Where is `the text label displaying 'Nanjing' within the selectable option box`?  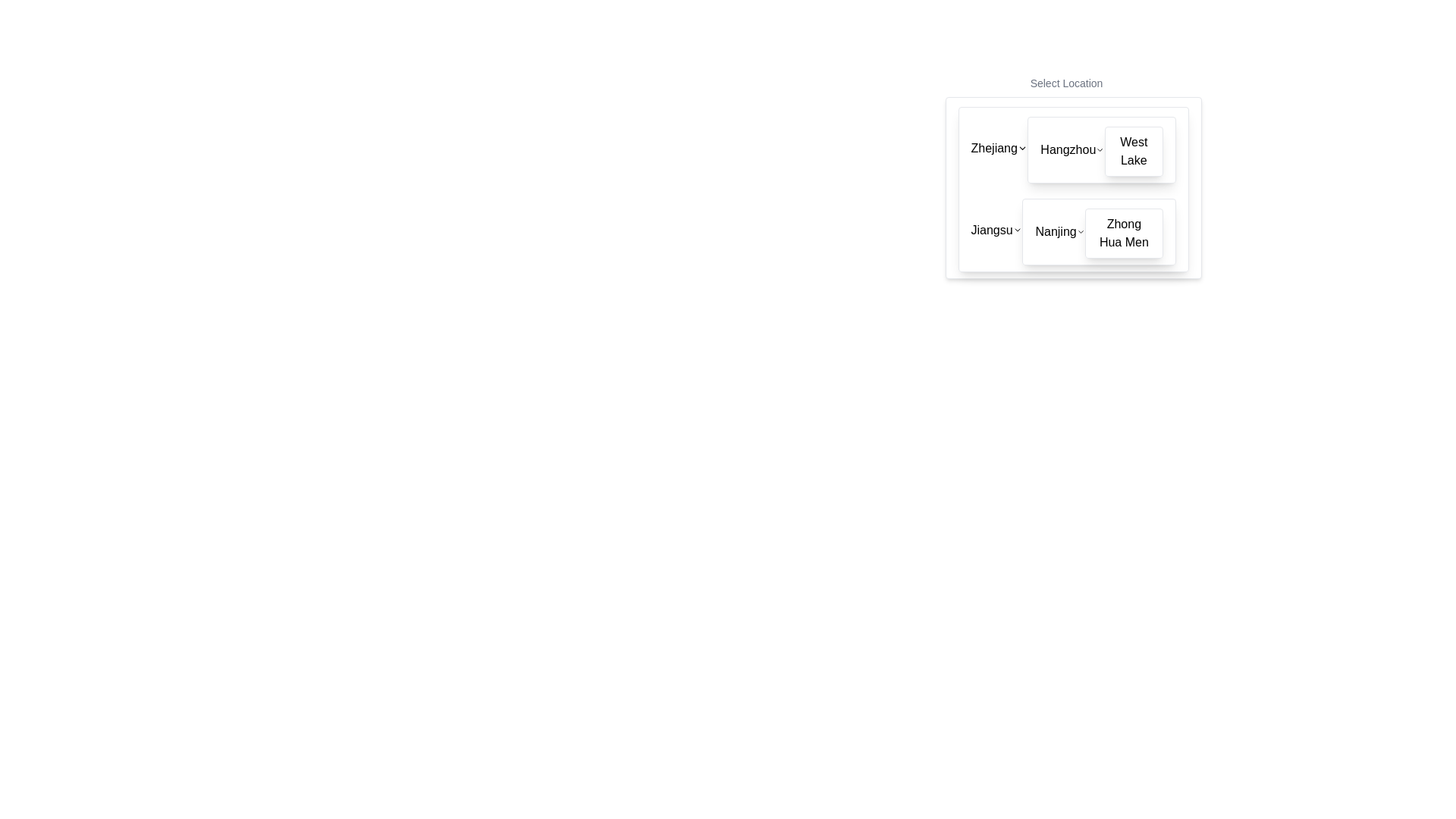
the text label displaying 'Nanjing' within the selectable option box is located at coordinates (1055, 231).